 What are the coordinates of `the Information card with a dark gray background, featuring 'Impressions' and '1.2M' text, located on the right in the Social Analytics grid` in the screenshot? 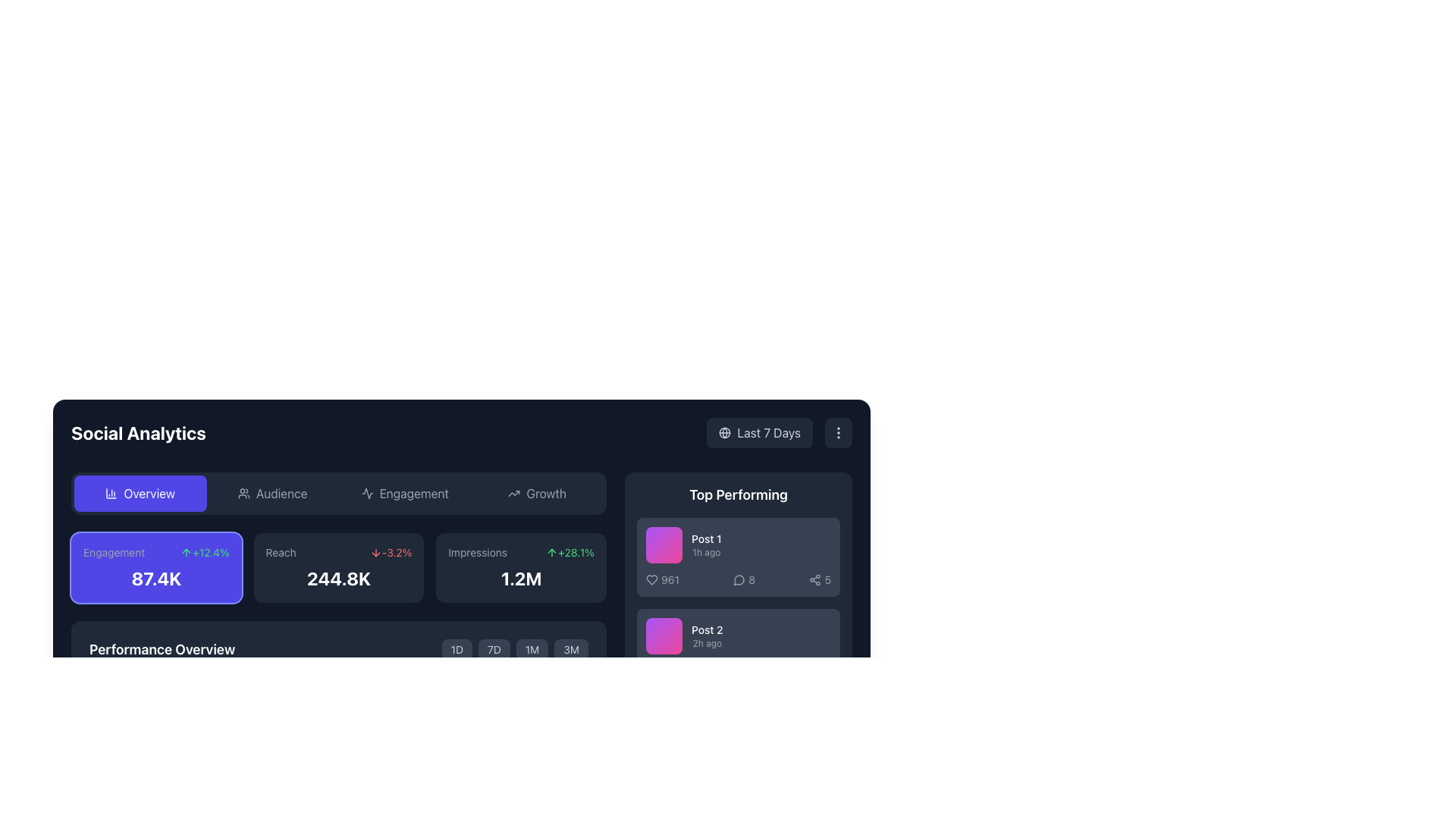 It's located at (521, 567).